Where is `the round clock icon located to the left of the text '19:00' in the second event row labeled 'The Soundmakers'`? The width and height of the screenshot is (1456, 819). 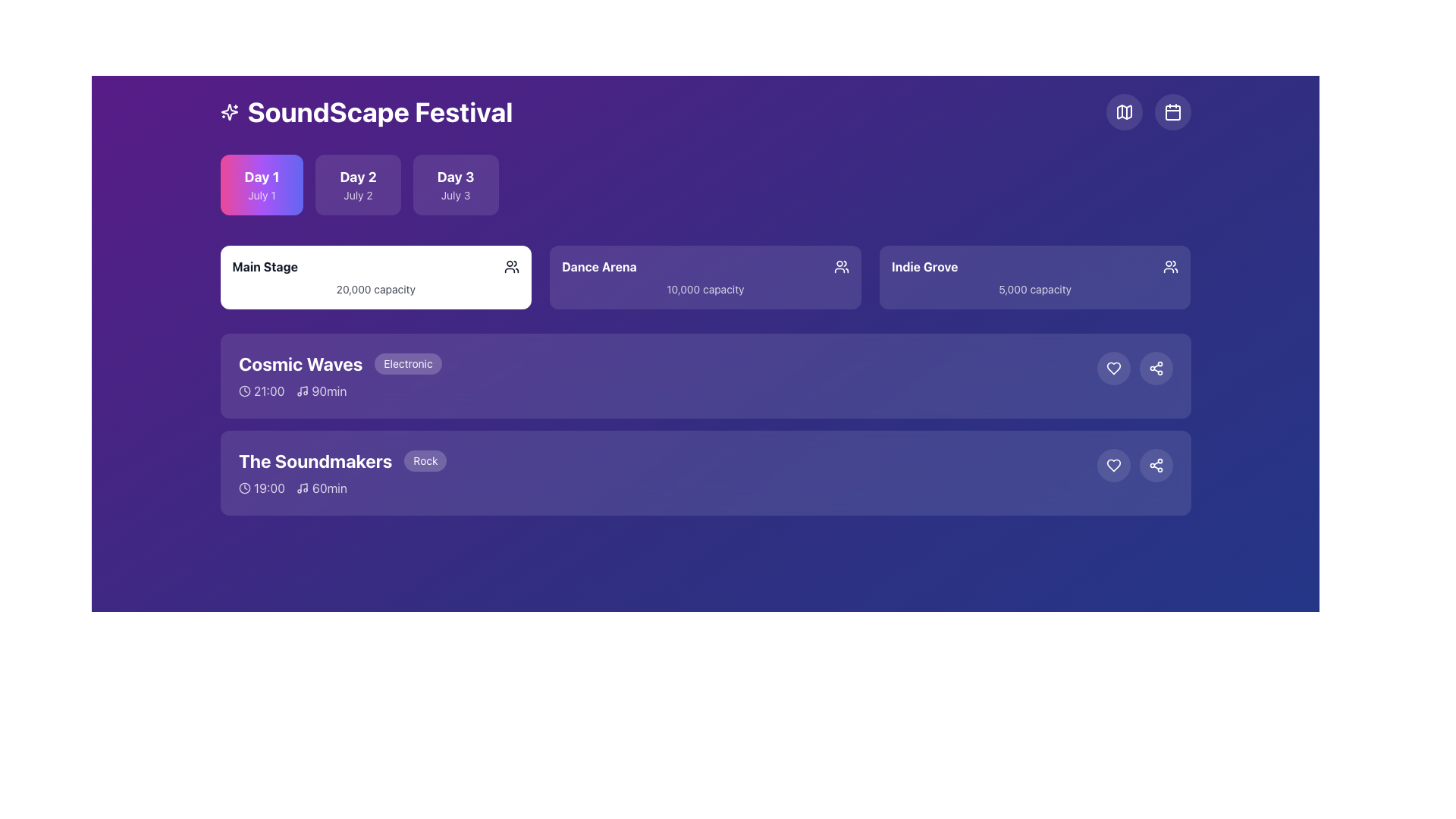
the round clock icon located to the left of the text '19:00' in the second event row labeled 'The Soundmakers' is located at coordinates (244, 488).